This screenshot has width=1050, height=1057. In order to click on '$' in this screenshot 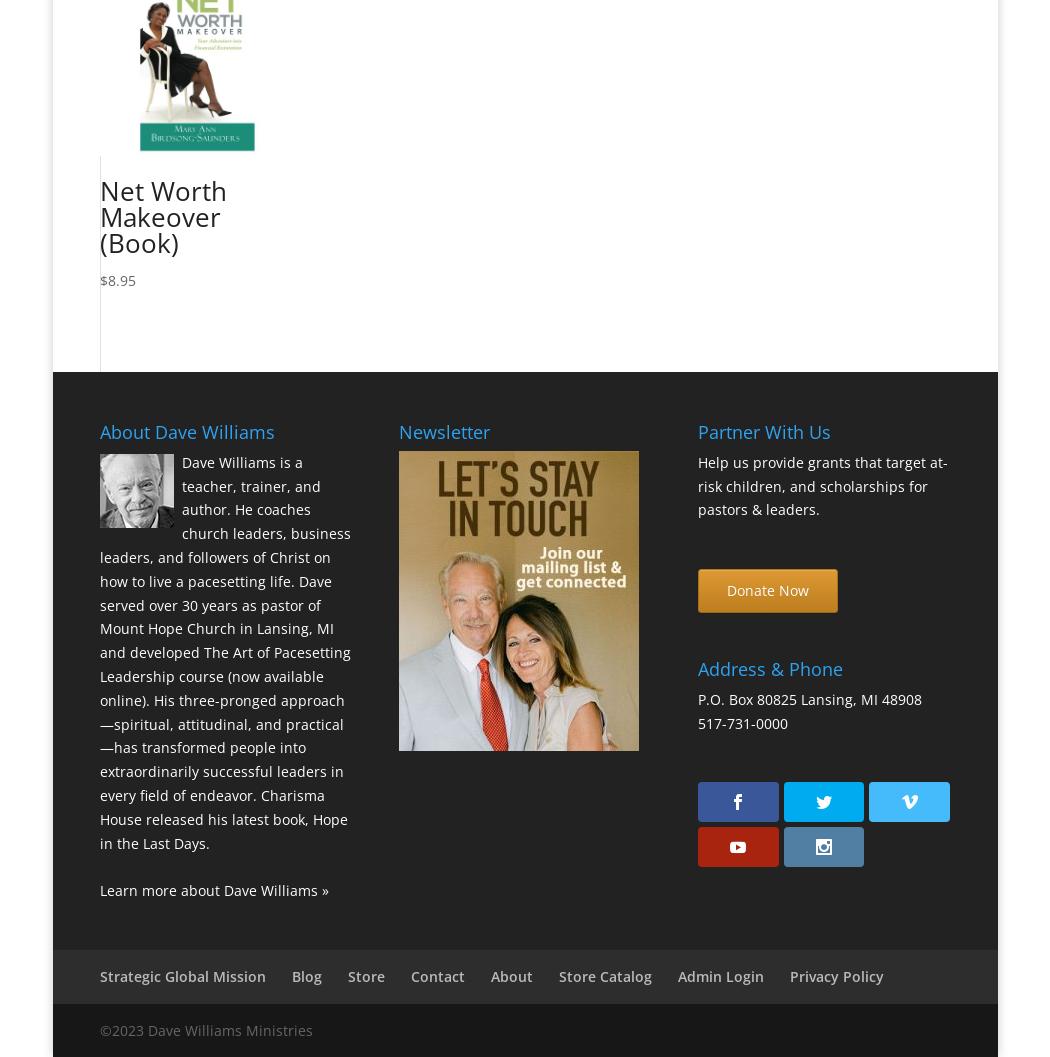, I will do `click(103, 279)`.